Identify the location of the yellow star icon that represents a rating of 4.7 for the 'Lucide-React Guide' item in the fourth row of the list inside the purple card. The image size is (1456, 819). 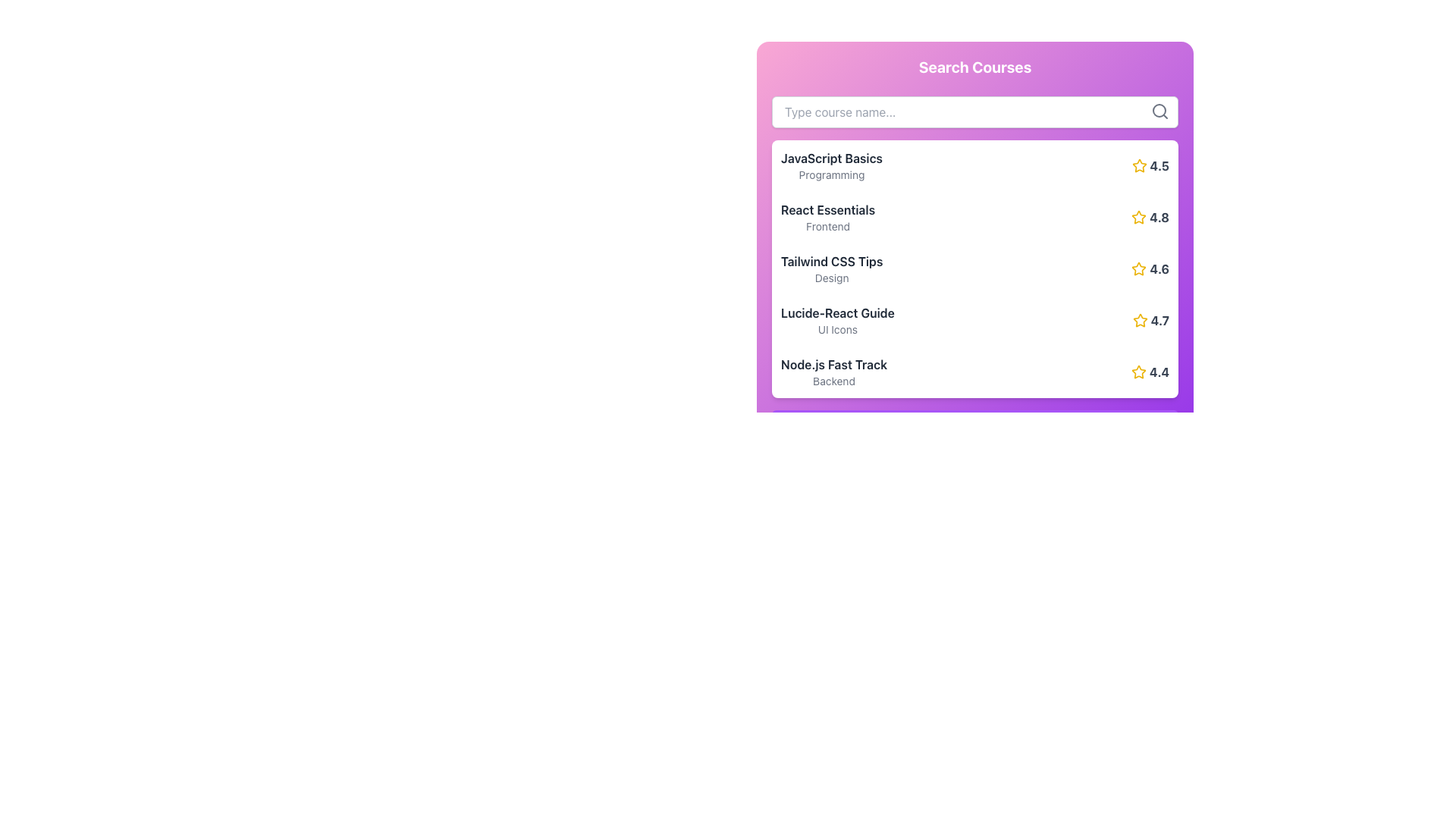
(1140, 320).